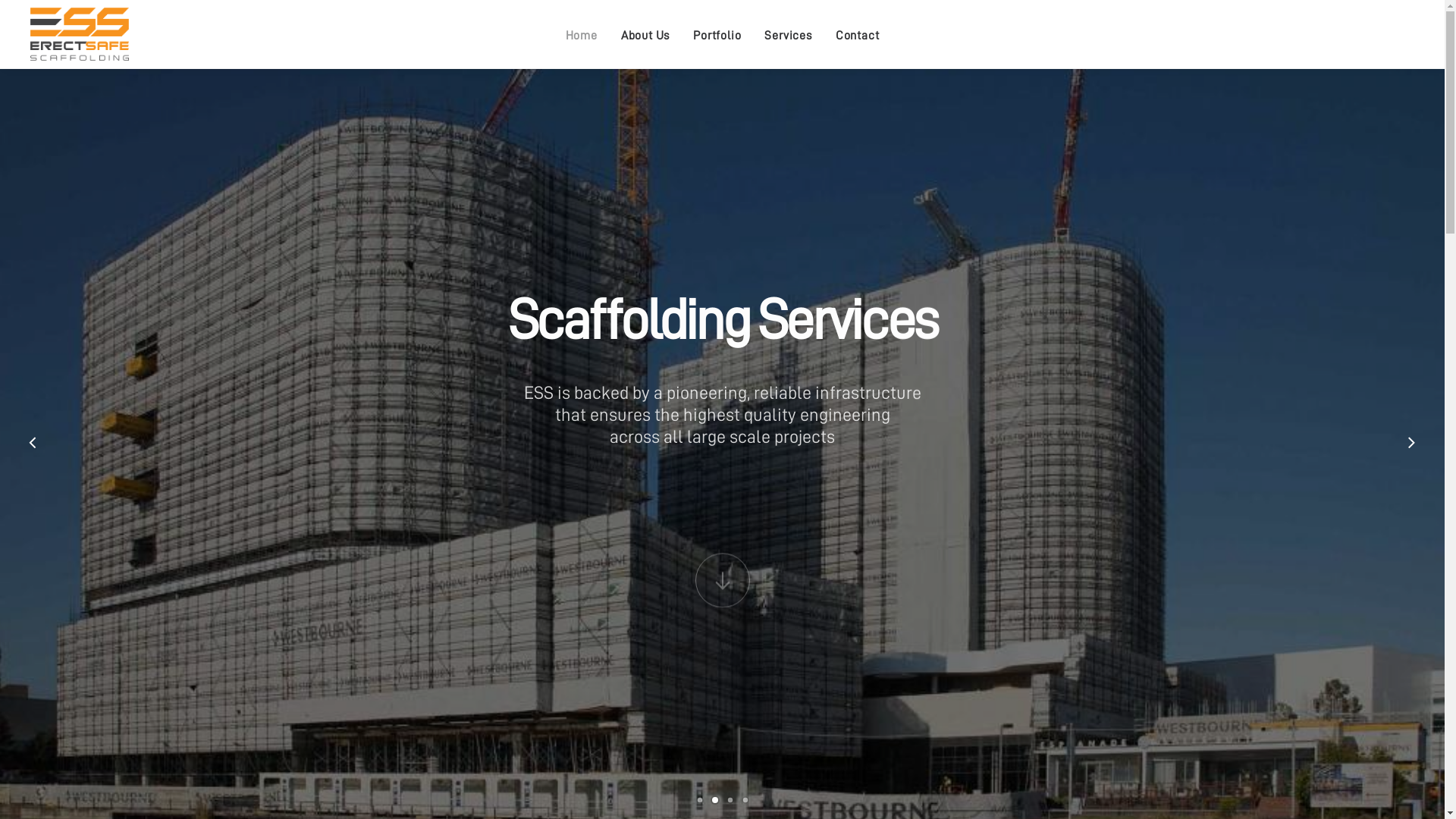 The height and width of the screenshot is (819, 1456). Describe the element at coordinates (858, 34) in the screenshot. I see `'Contact'` at that location.